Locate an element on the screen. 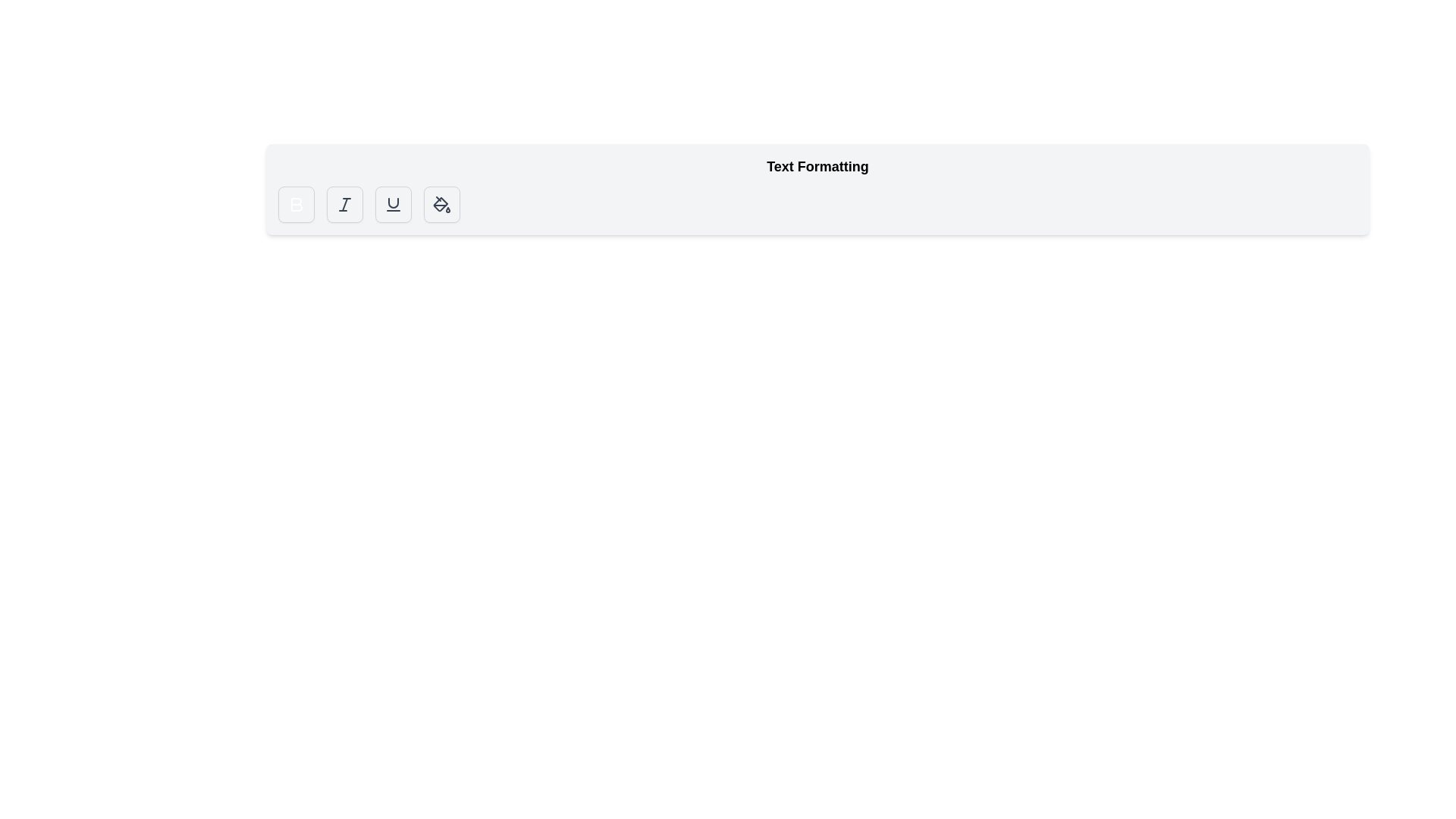 The image size is (1456, 819). the italic formatting icon within the second button of a group of four buttons at the top of the interface is located at coordinates (344, 205).